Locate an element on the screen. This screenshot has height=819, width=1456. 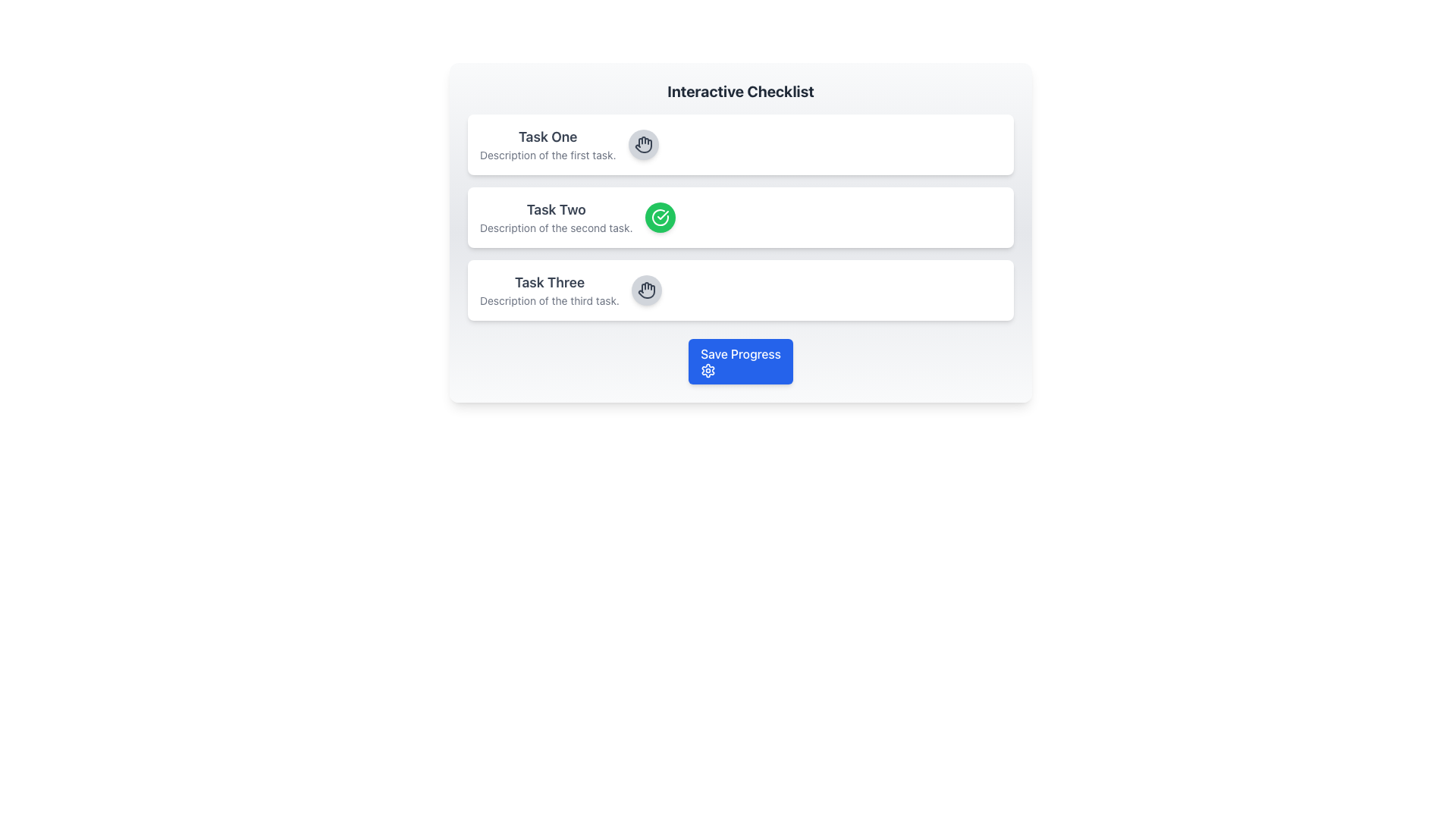
the static text label that displays additional descriptive information about 'Task Three' in the checklist, located directly below the 'Task Three' heading is located at coordinates (548, 301).